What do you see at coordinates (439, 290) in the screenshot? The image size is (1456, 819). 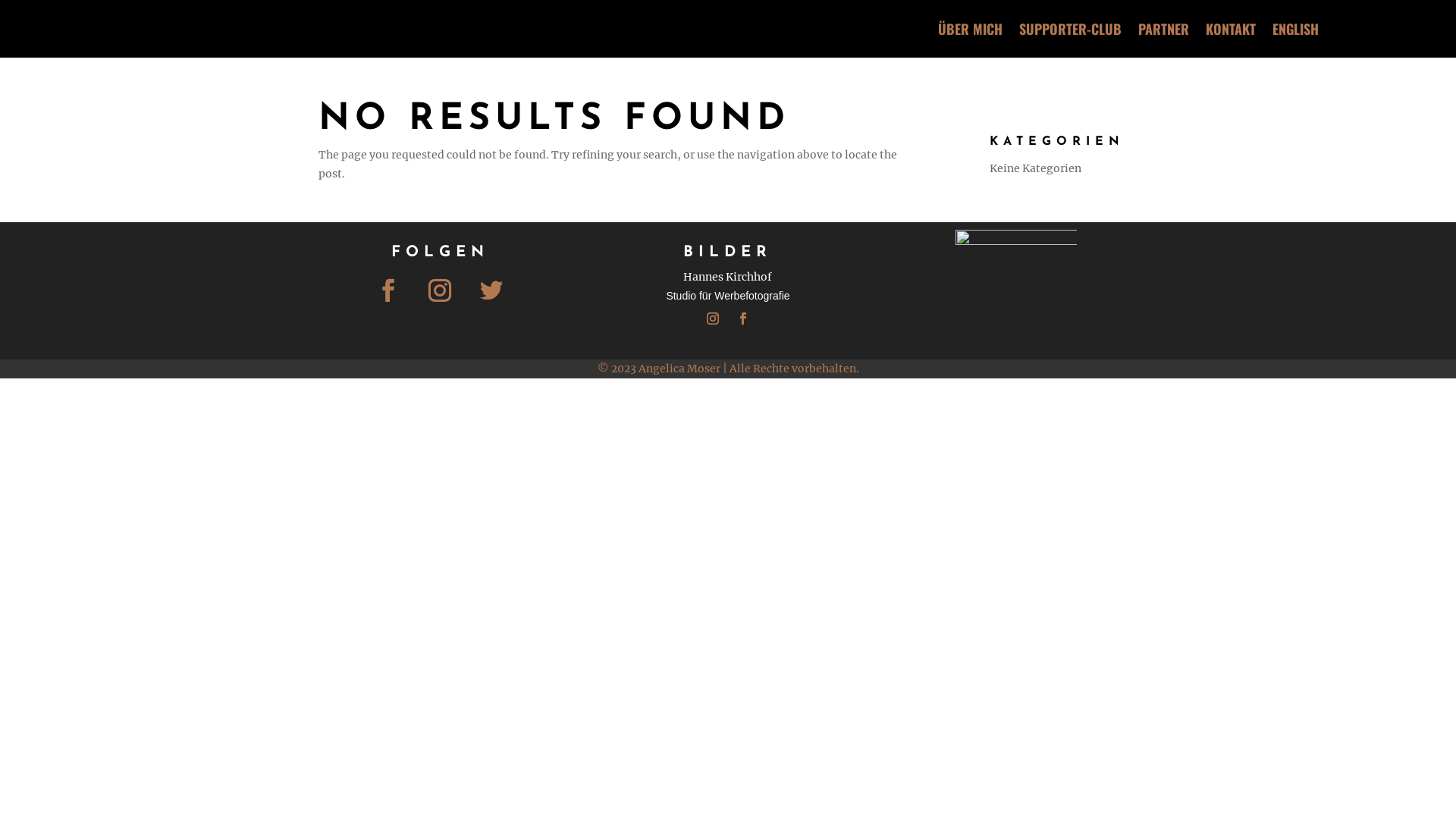 I see `'Follow on Instagram'` at bounding box center [439, 290].